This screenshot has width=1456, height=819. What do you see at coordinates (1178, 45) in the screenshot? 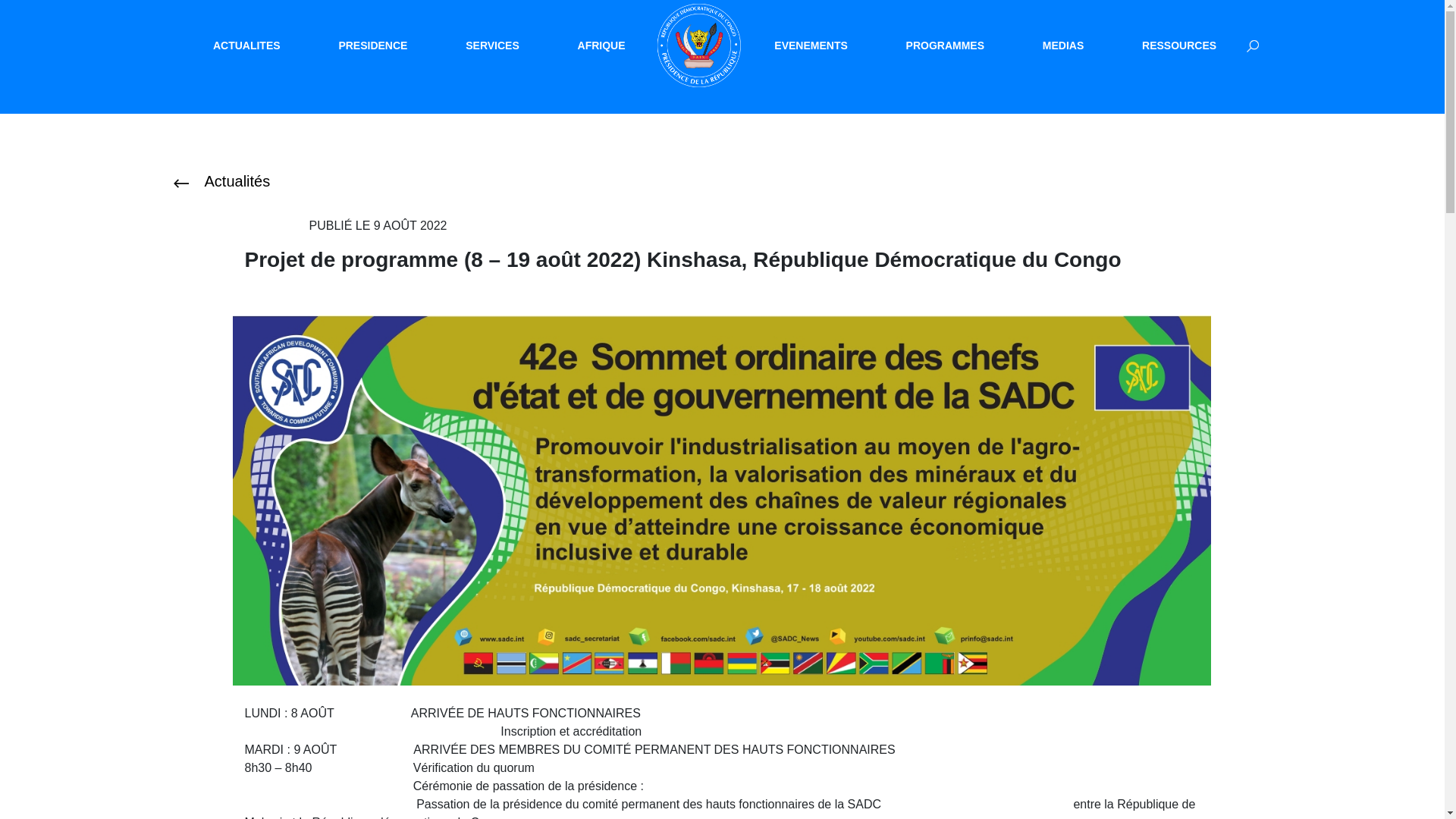
I see `'RESSOURCES'` at bounding box center [1178, 45].